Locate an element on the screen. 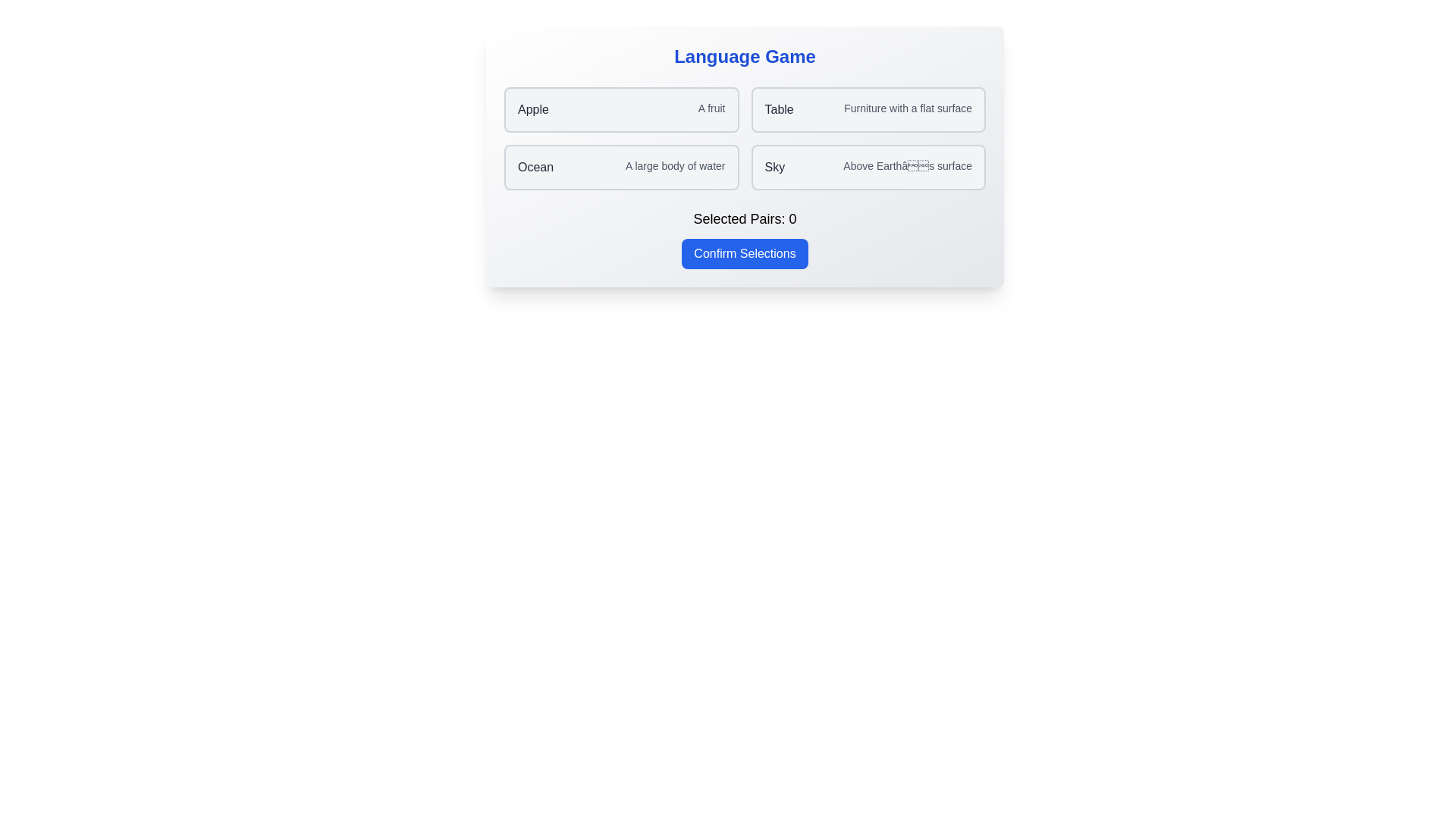 This screenshot has height=819, width=1456. the word-definition pair Table - Furniture with a flat surface is located at coordinates (868, 109).